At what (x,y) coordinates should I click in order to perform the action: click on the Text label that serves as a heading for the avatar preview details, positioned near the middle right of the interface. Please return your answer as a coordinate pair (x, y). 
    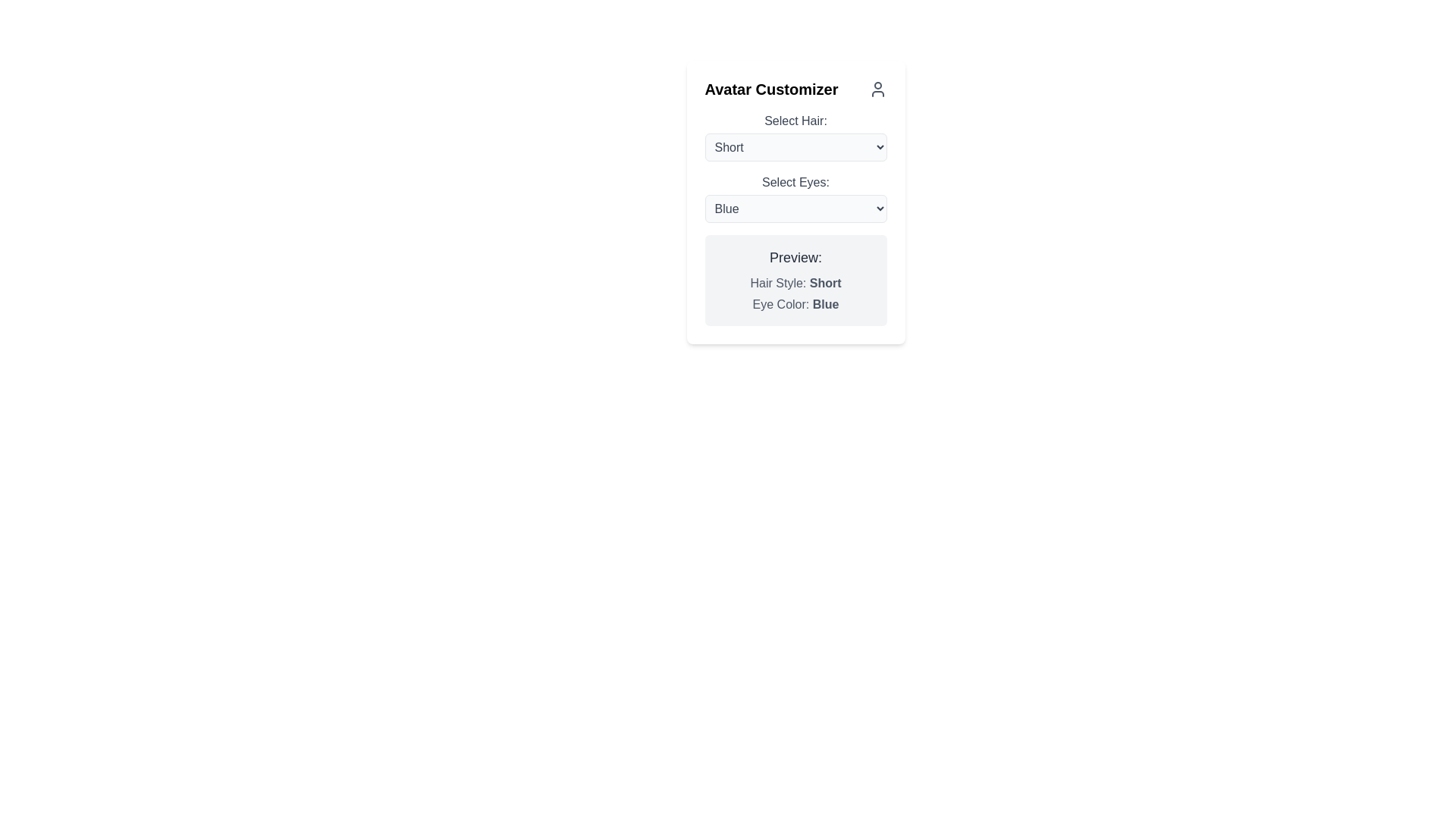
    Looking at the image, I should click on (795, 256).